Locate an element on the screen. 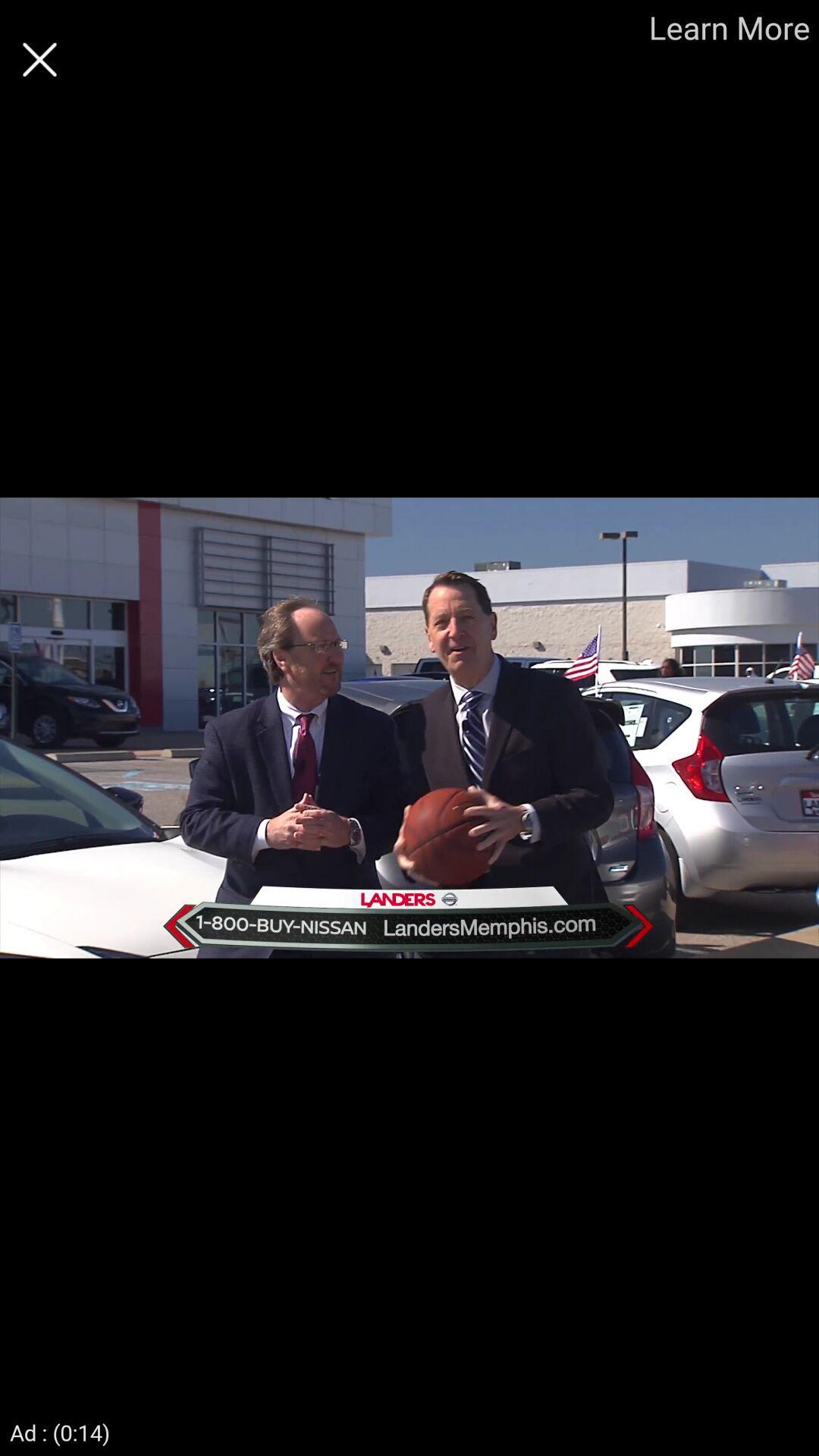 The height and width of the screenshot is (1456, 819). the close icon is located at coordinates (39, 59).